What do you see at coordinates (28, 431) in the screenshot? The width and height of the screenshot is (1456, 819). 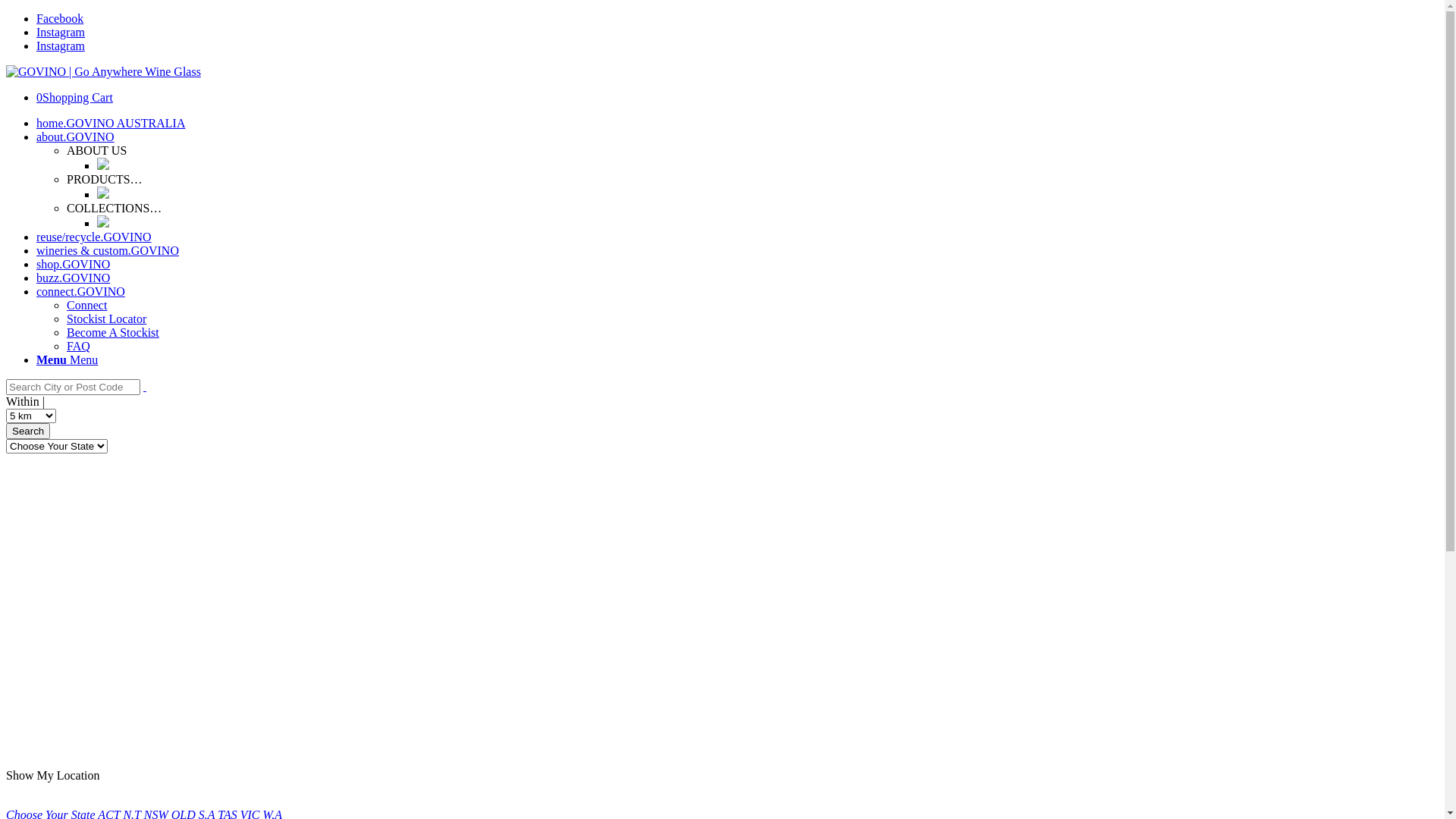 I see `'Search'` at bounding box center [28, 431].